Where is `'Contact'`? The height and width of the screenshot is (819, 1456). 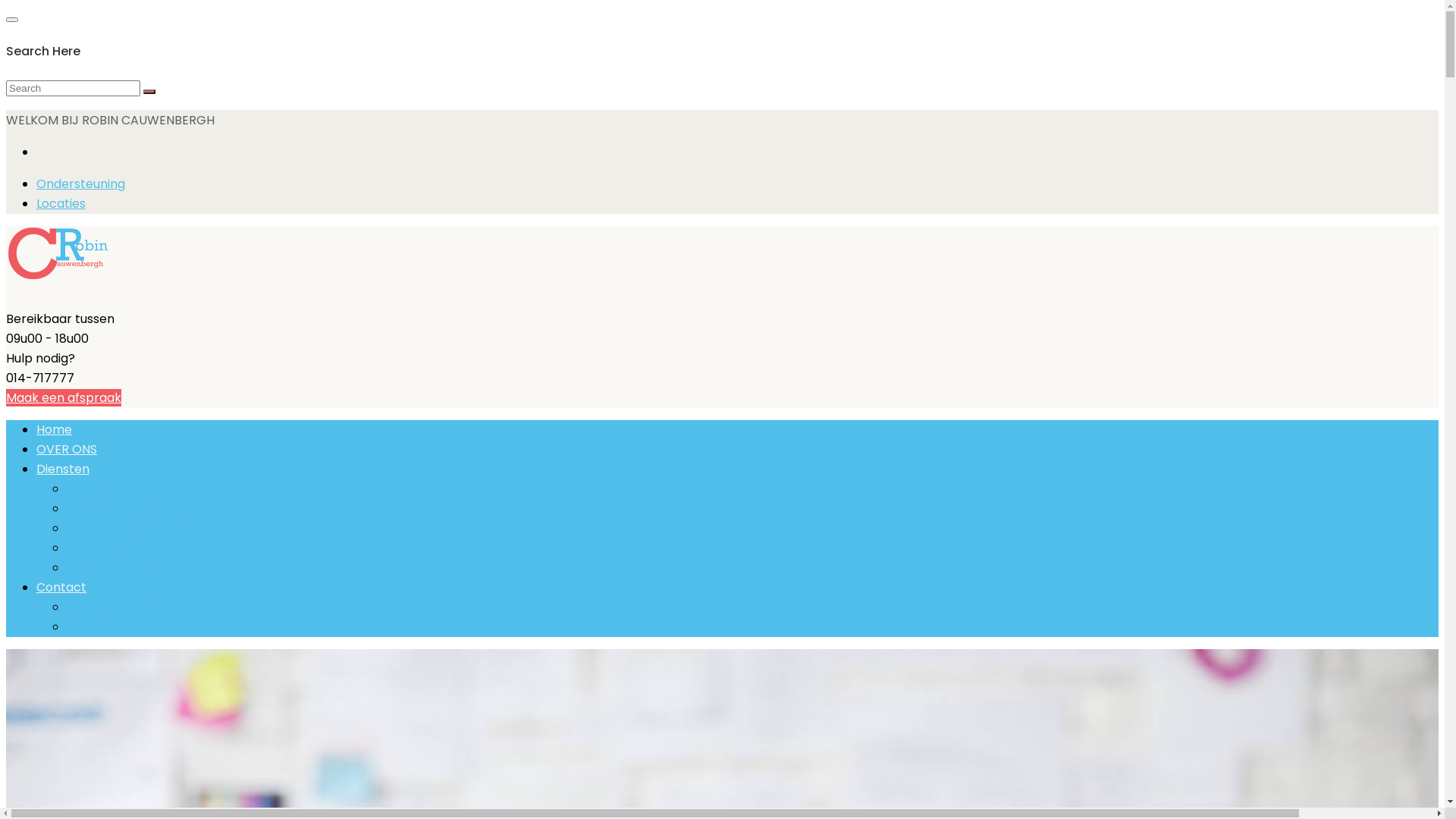 'Contact' is located at coordinates (61, 586).